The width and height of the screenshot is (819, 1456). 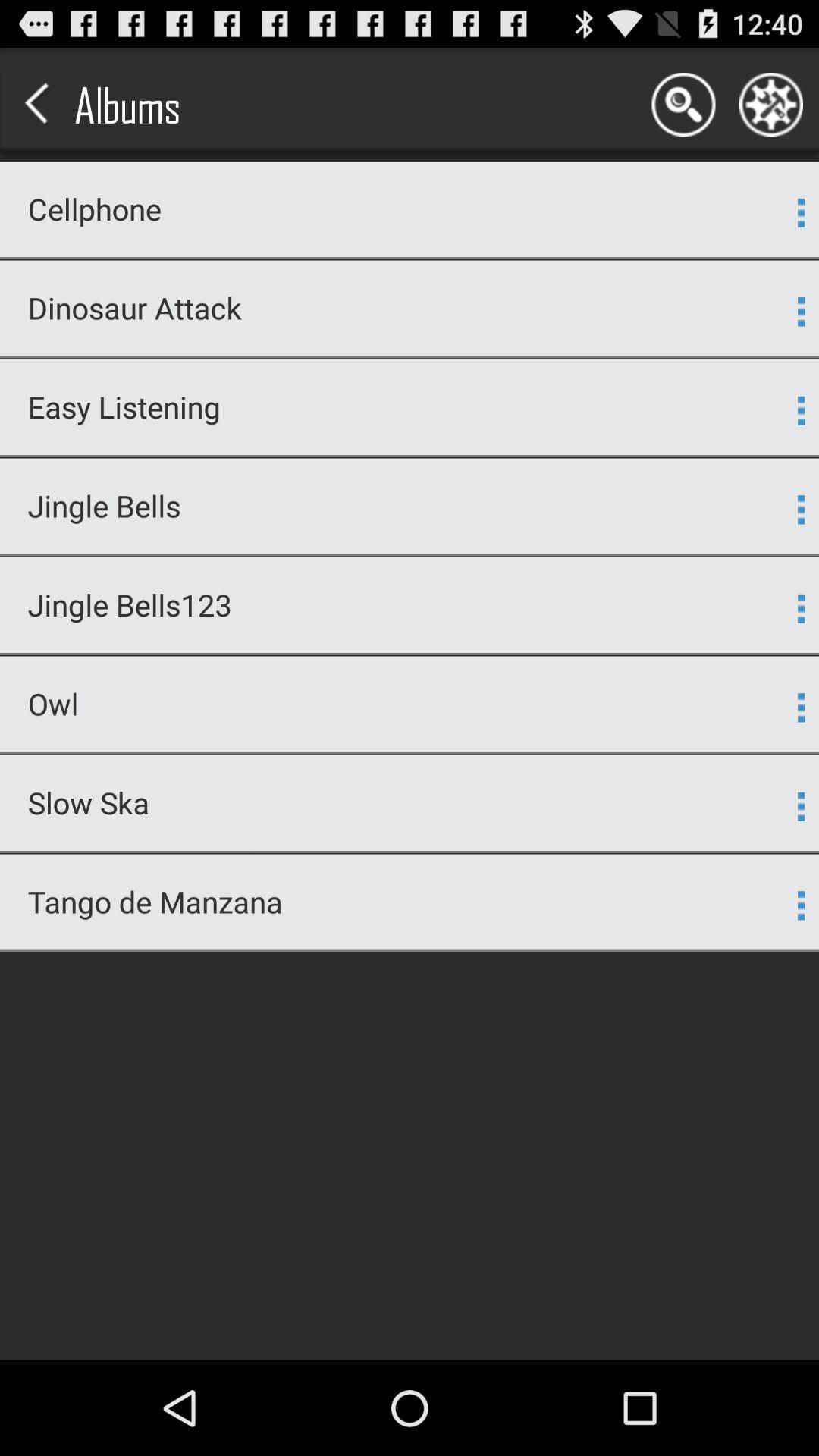 What do you see at coordinates (409, 258) in the screenshot?
I see `the app above the dinosaur attack item` at bounding box center [409, 258].